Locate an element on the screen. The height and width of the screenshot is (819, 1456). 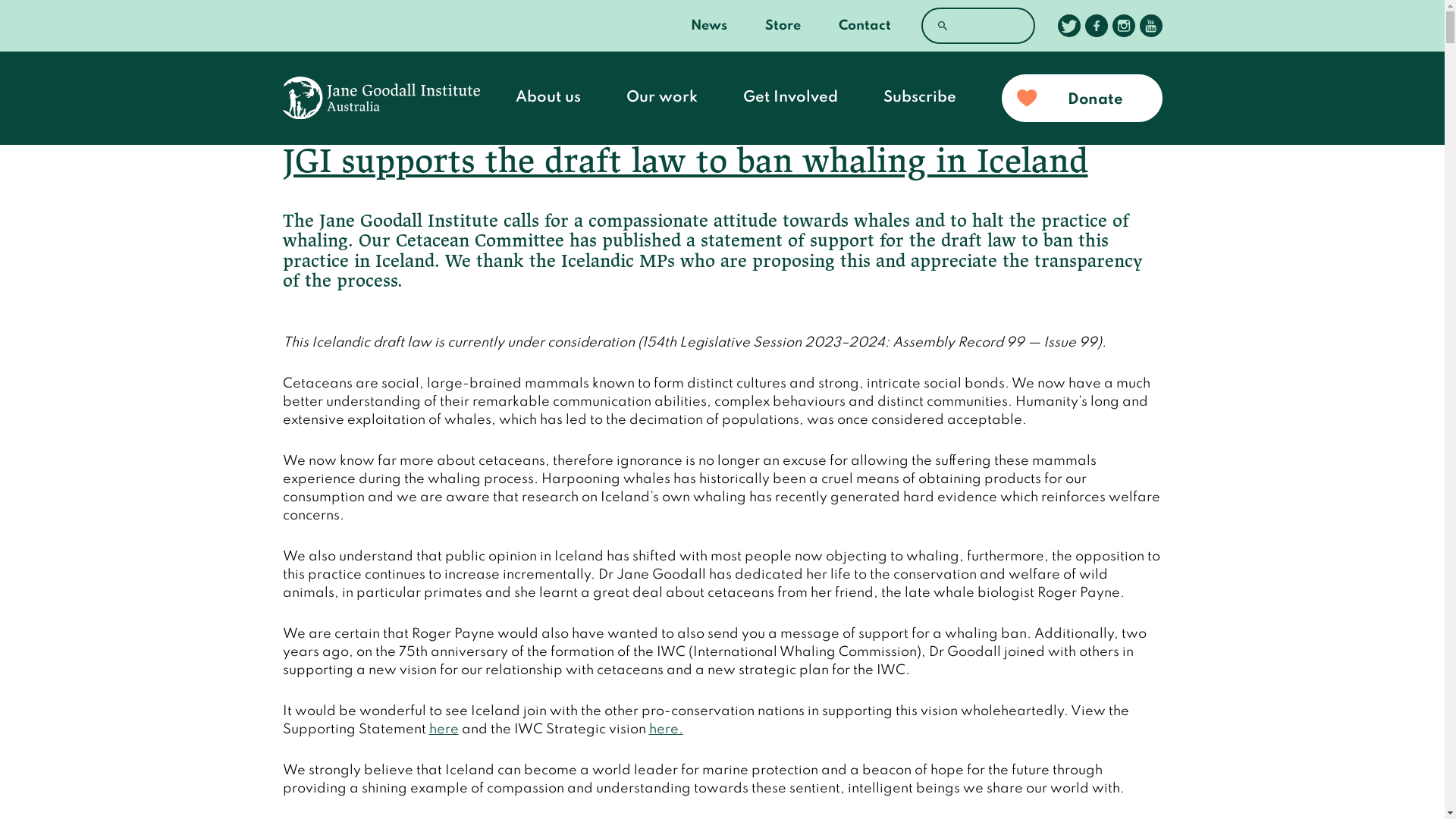
'Contact' is located at coordinates (864, 26).